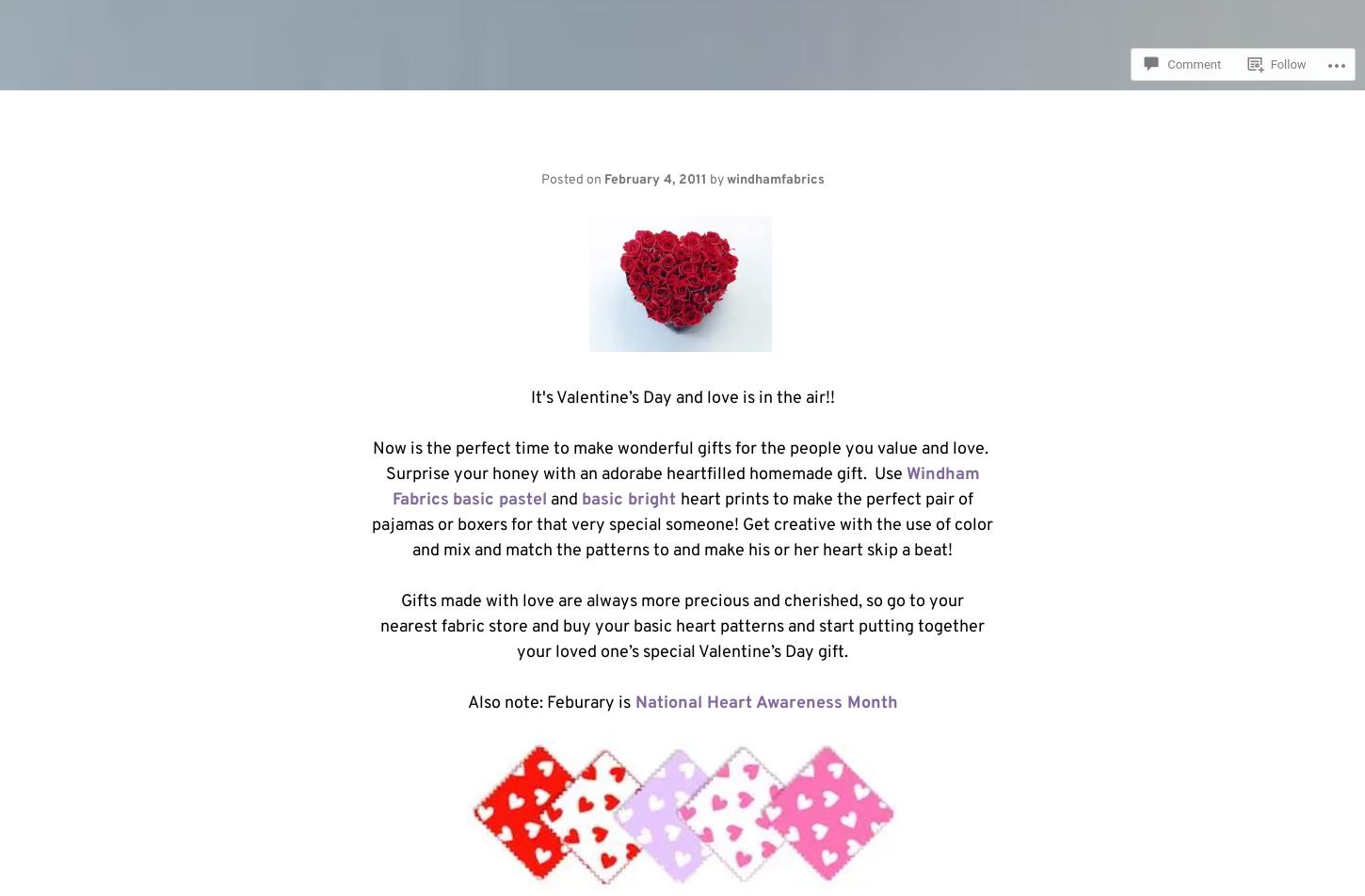 The height and width of the screenshot is (896, 1365). Describe the element at coordinates (763, 702) in the screenshot. I see `'National Heart Awareness Month'` at that location.